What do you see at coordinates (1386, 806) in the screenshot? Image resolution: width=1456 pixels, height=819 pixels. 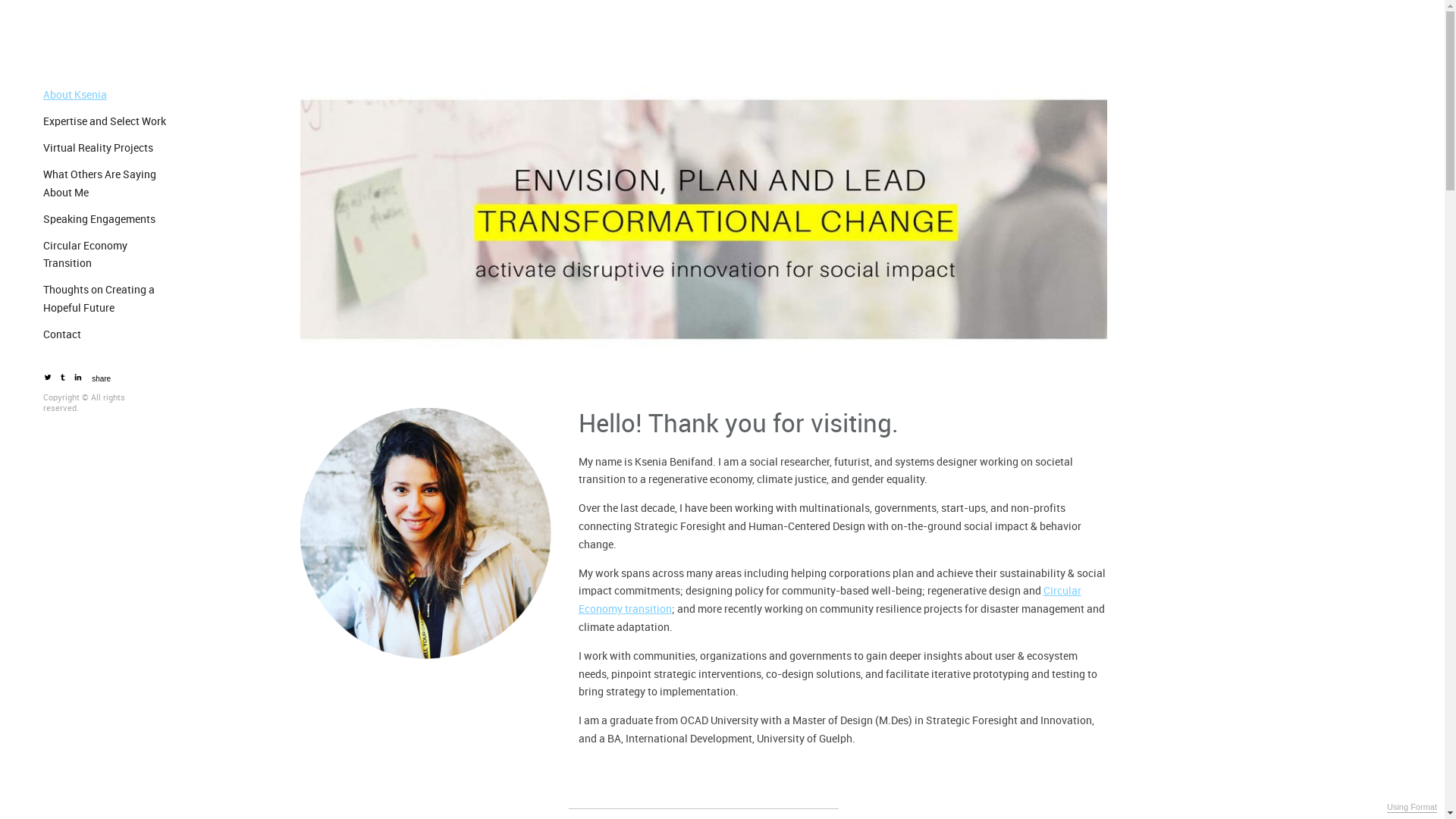 I see `'Using Format'` at bounding box center [1386, 806].